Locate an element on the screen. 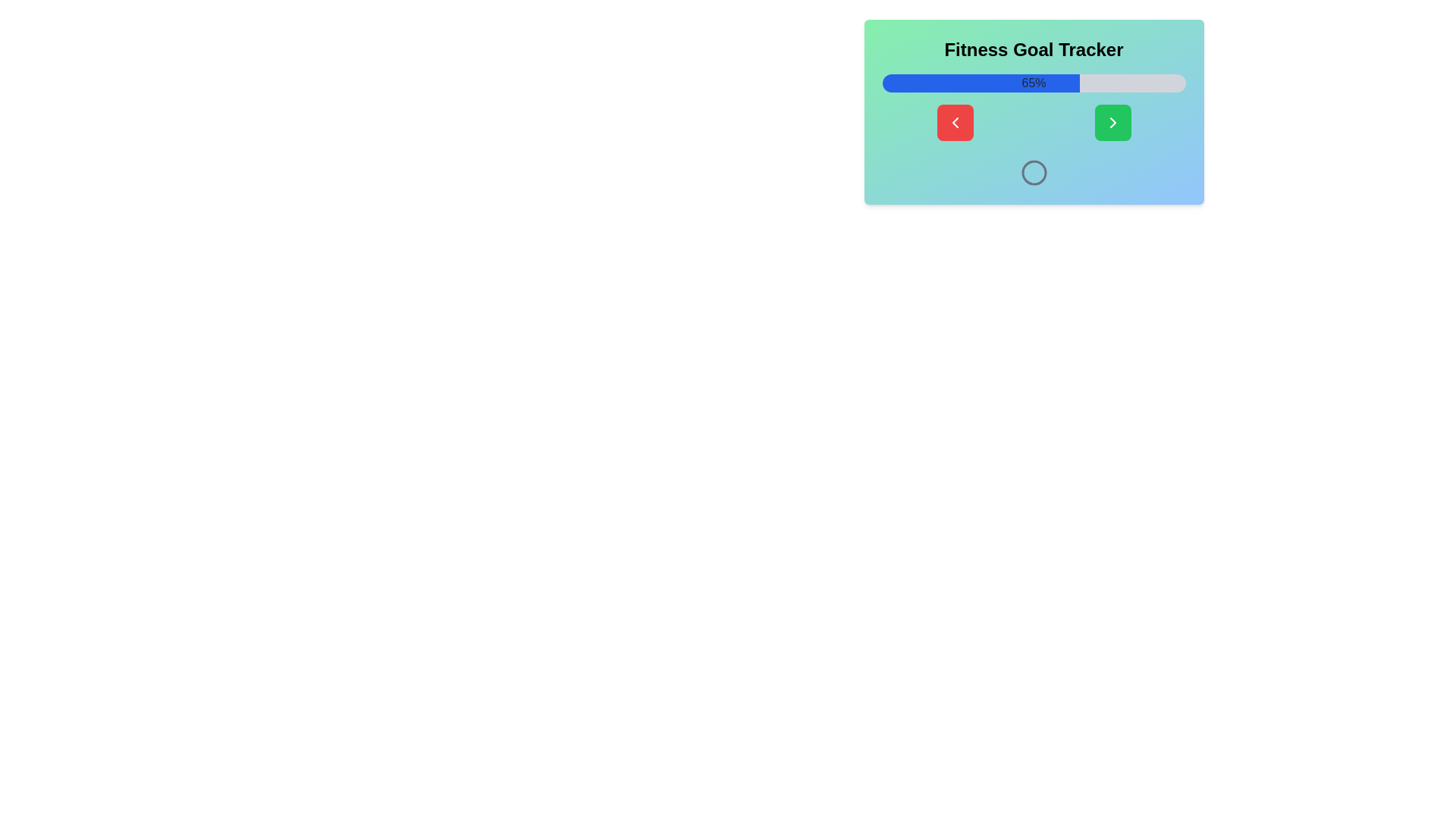 Image resolution: width=1456 pixels, height=819 pixels. the leftward navigation icon located in the red button area of the card UI is located at coordinates (954, 122).